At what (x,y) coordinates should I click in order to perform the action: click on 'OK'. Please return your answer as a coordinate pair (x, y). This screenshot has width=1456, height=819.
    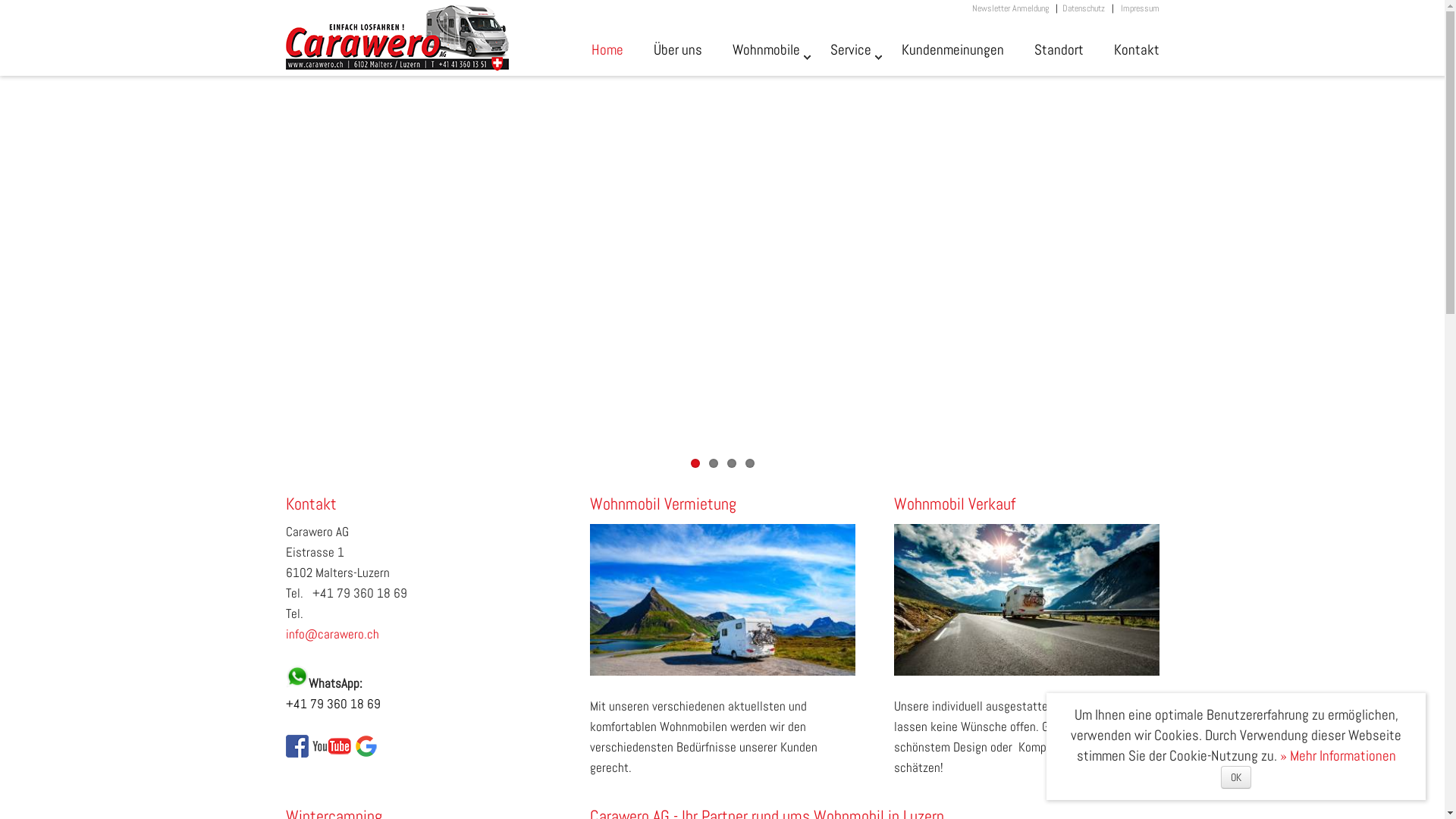
    Looking at the image, I should click on (1236, 777).